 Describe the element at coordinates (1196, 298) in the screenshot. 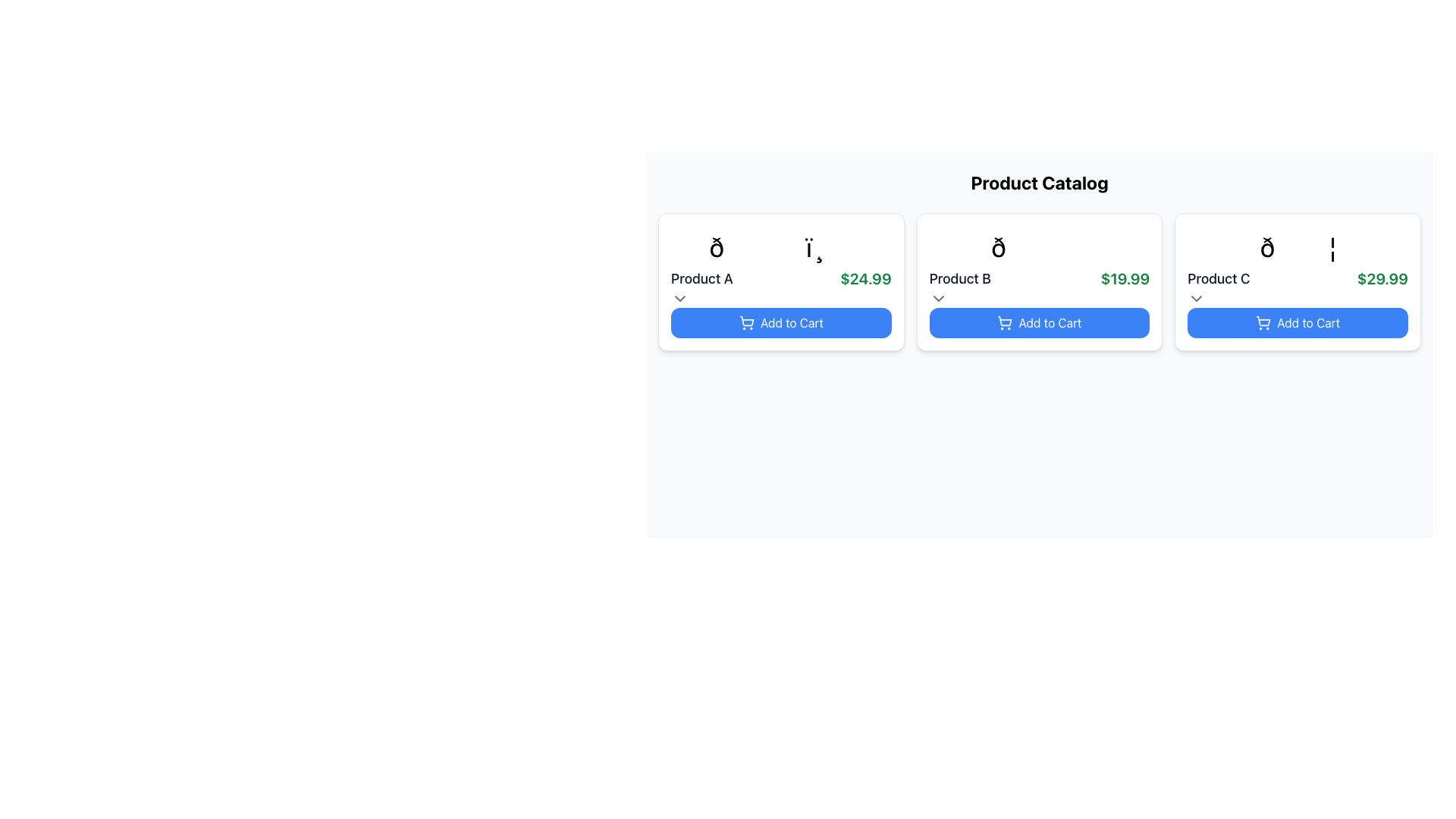

I see `the downward-facing chevron icon located under the 'Product C' text` at that location.